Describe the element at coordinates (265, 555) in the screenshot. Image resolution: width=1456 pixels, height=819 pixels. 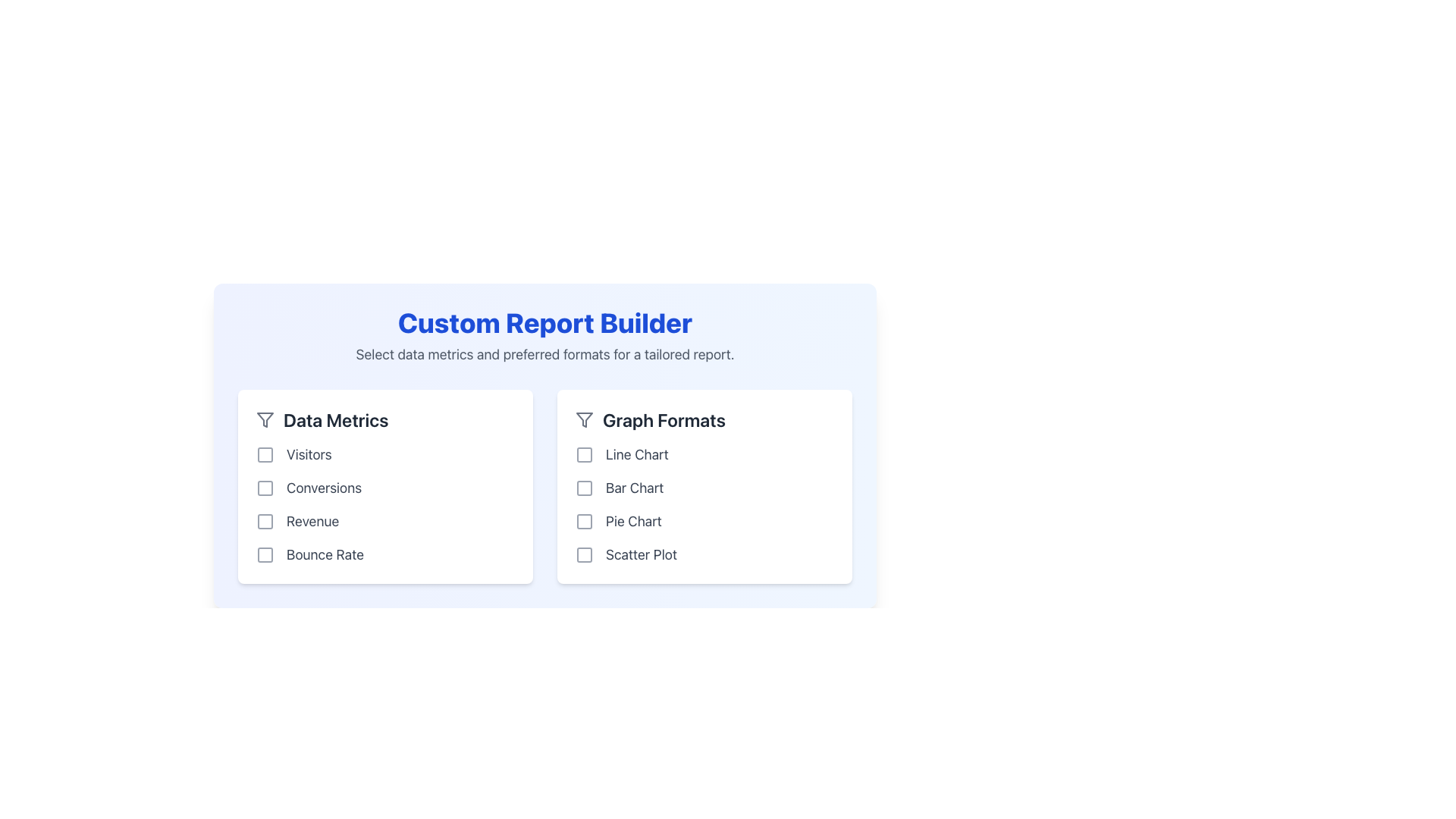
I see `the checkbox for the 'Bounce Rate' metric located to the left of its label` at that location.